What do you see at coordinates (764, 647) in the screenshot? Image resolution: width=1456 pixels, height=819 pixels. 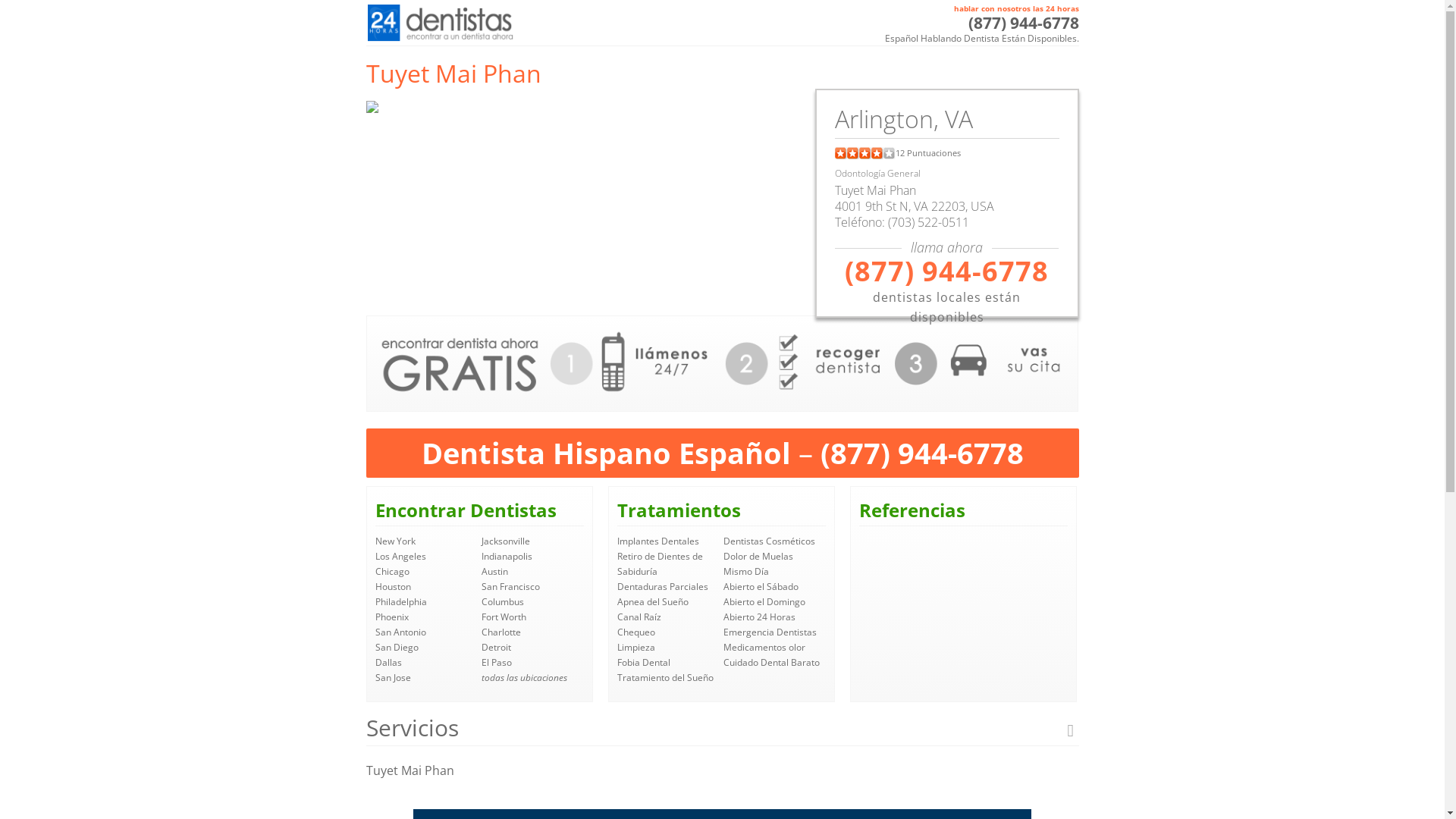 I see `'Medicamentos olor'` at bounding box center [764, 647].